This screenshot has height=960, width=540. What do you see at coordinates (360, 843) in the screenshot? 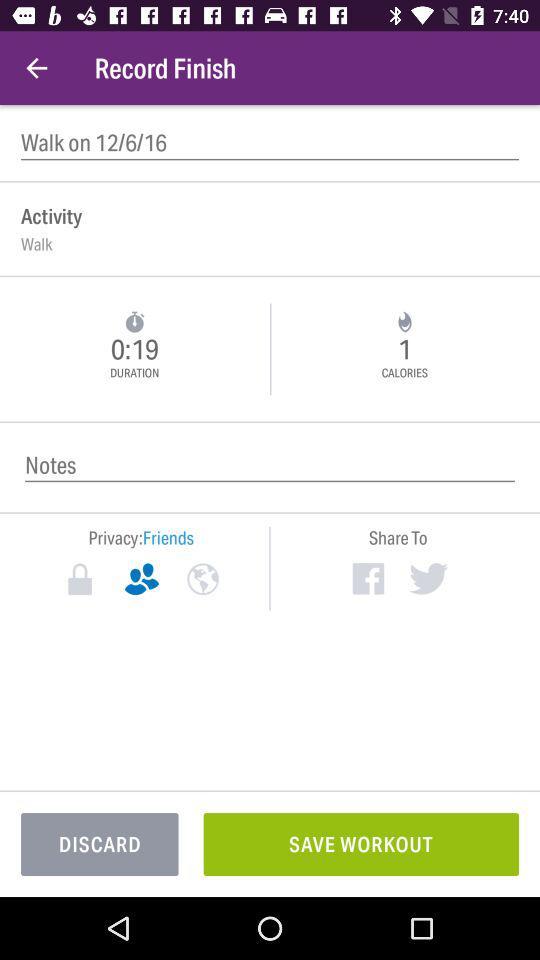
I see `the item next to the discard` at bounding box center [360, 843].